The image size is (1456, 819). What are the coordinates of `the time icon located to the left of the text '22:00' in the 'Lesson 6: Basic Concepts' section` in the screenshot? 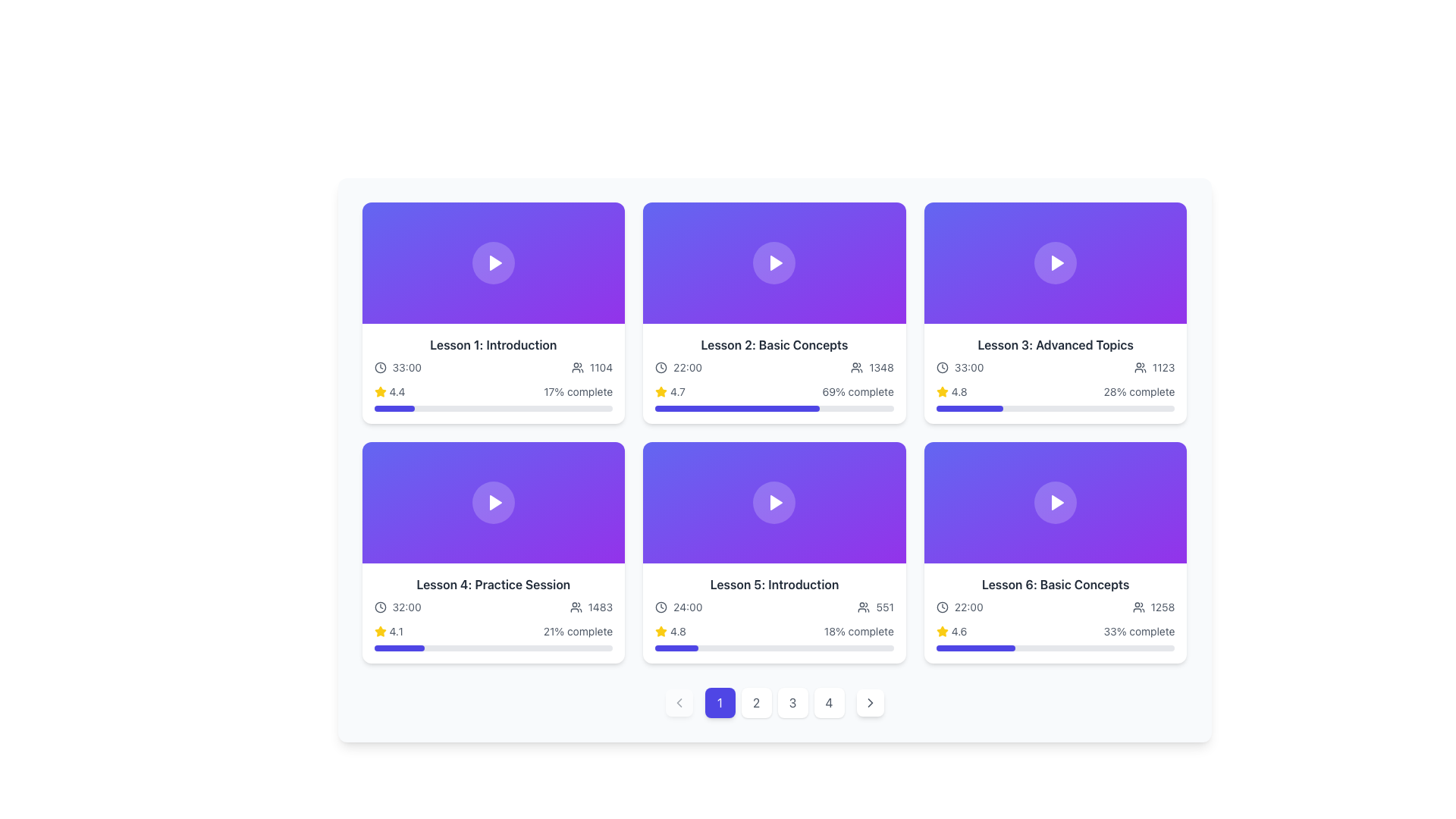 It's located at (941, 607).